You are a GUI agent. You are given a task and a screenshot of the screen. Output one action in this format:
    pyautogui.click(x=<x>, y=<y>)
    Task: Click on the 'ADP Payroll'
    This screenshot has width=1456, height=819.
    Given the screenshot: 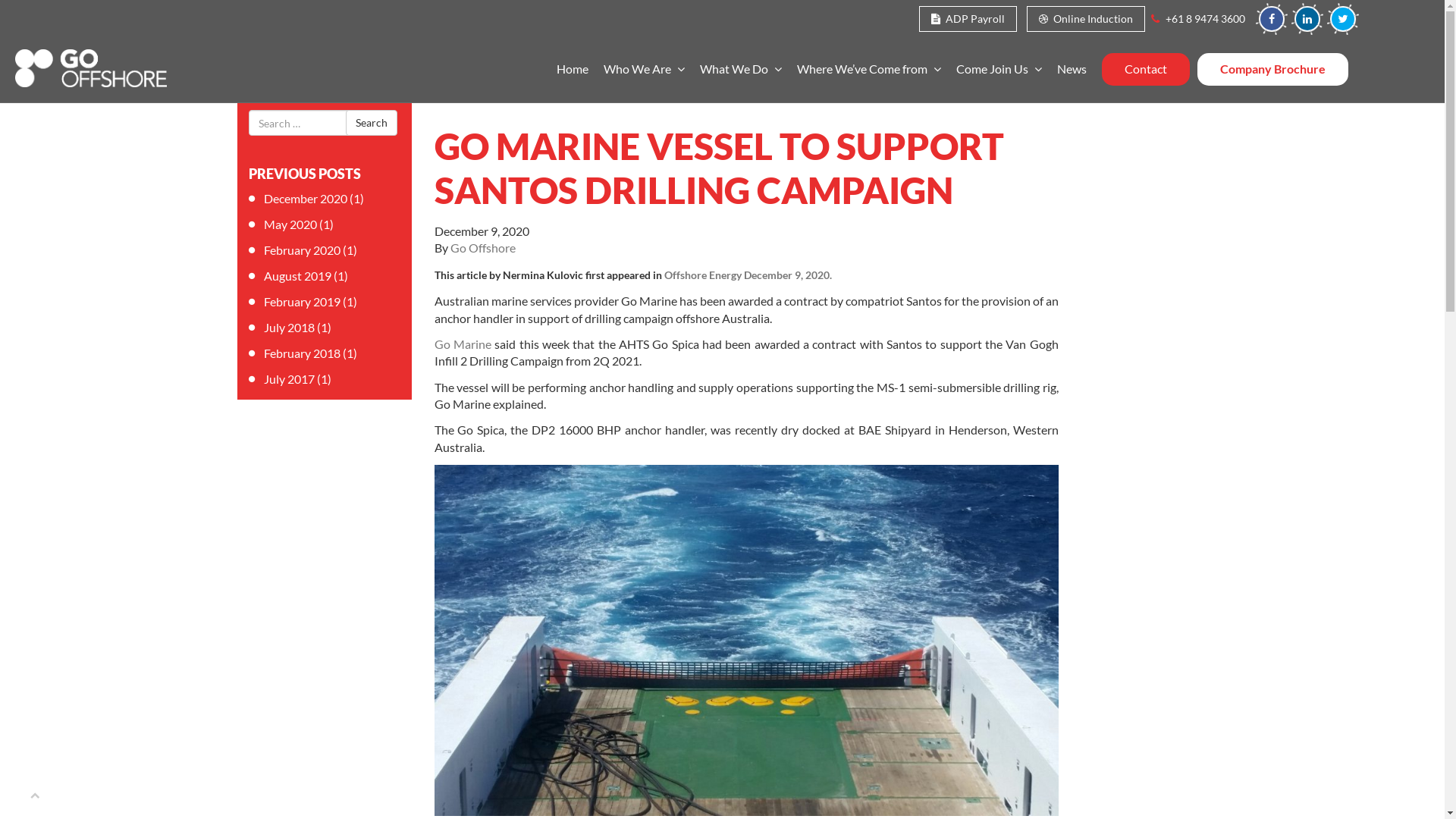 What is the action you would take?
    pyautogui.click(x=967, y=18)
    